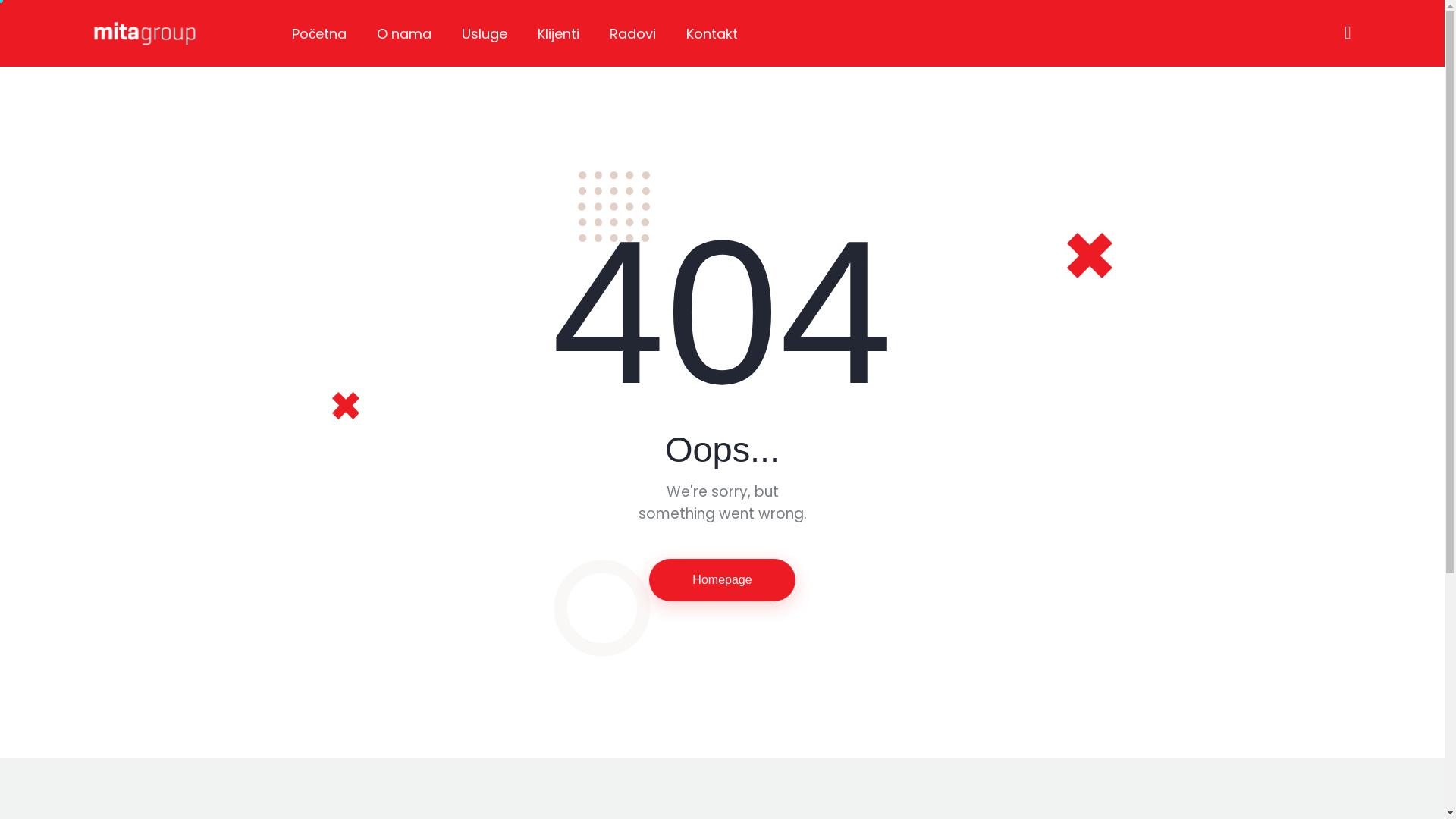  Describe the element at coordinates (670, 34) in the screenshot. I see `'Kontakt'` at that location.